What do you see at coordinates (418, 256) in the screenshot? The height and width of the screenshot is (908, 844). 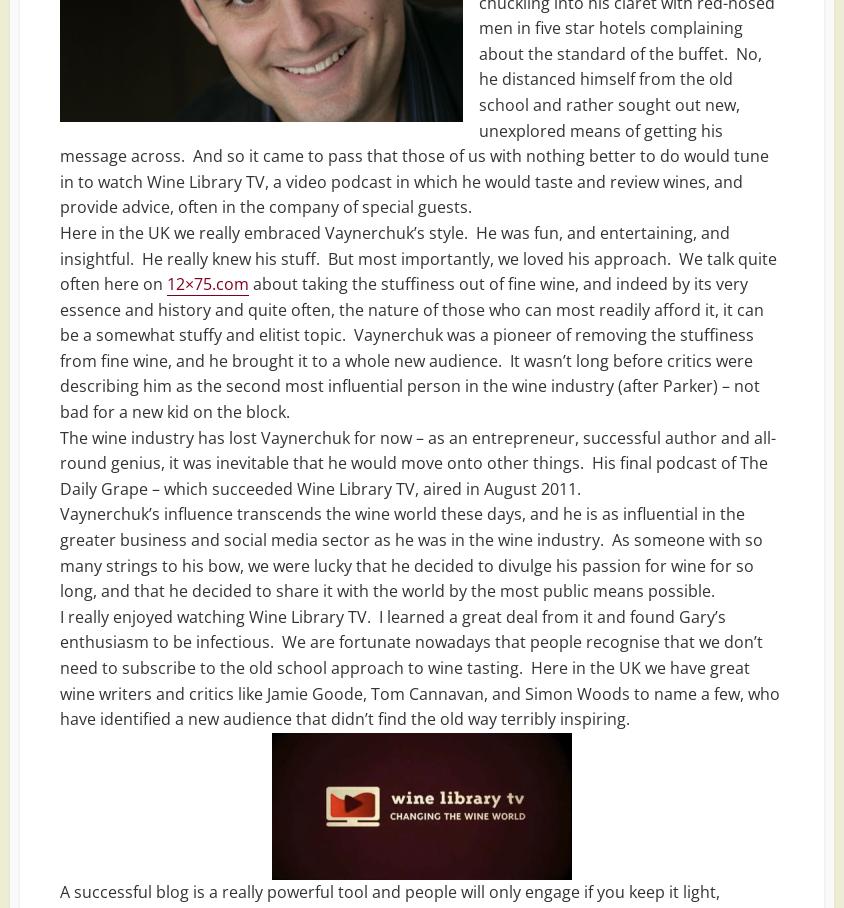 I see `'Here in the UK we really embraced Vaynerchuk’s style.  He was fun, and entertaining, and insightful.  He really knew his stuff.  But most importantly, we loved his approach.  We talk quite often here on'` at bounding box center [418, 256].